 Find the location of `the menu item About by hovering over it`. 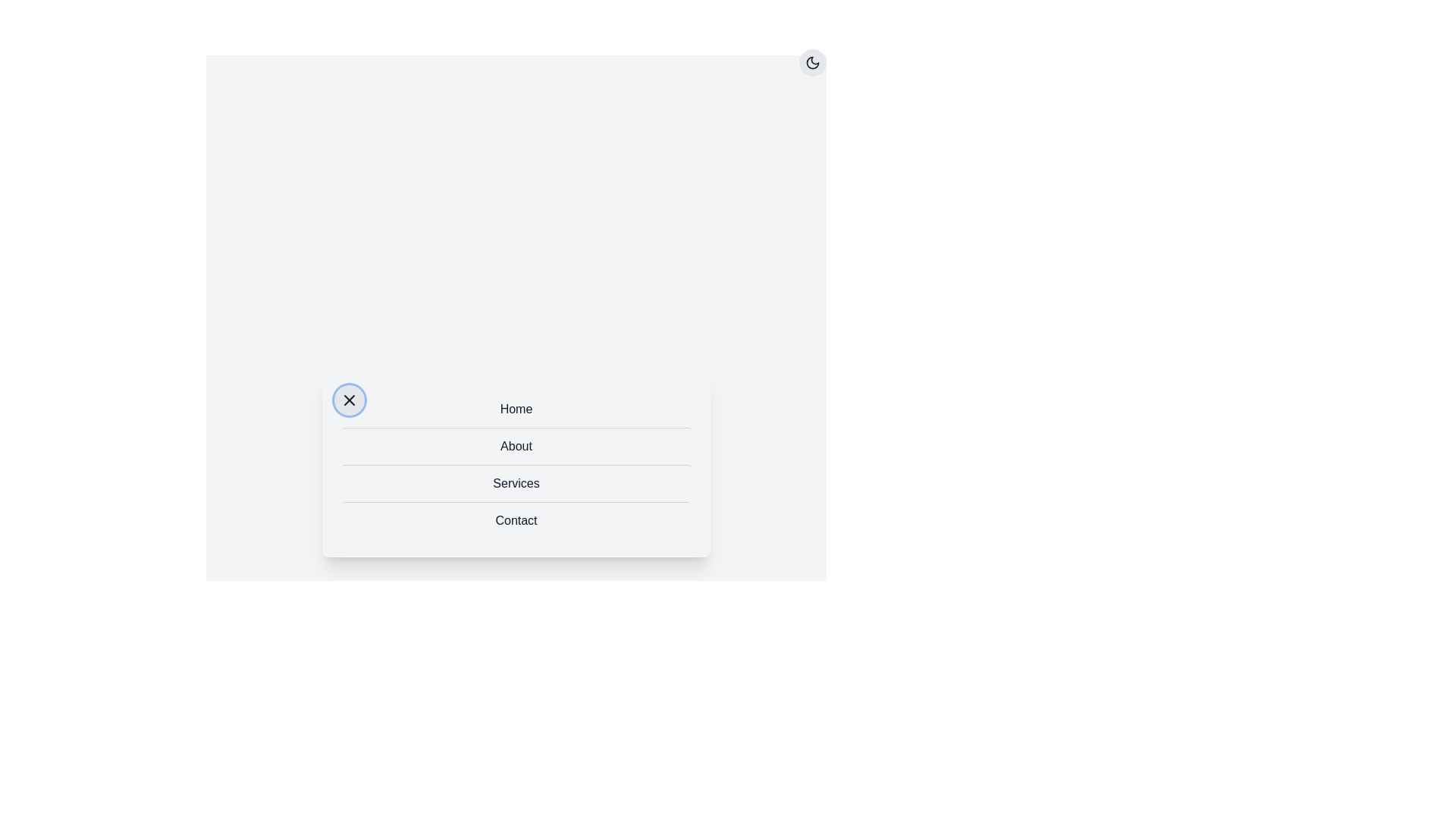

the menu item About by hovering over it is located at coordinates (516, 444).